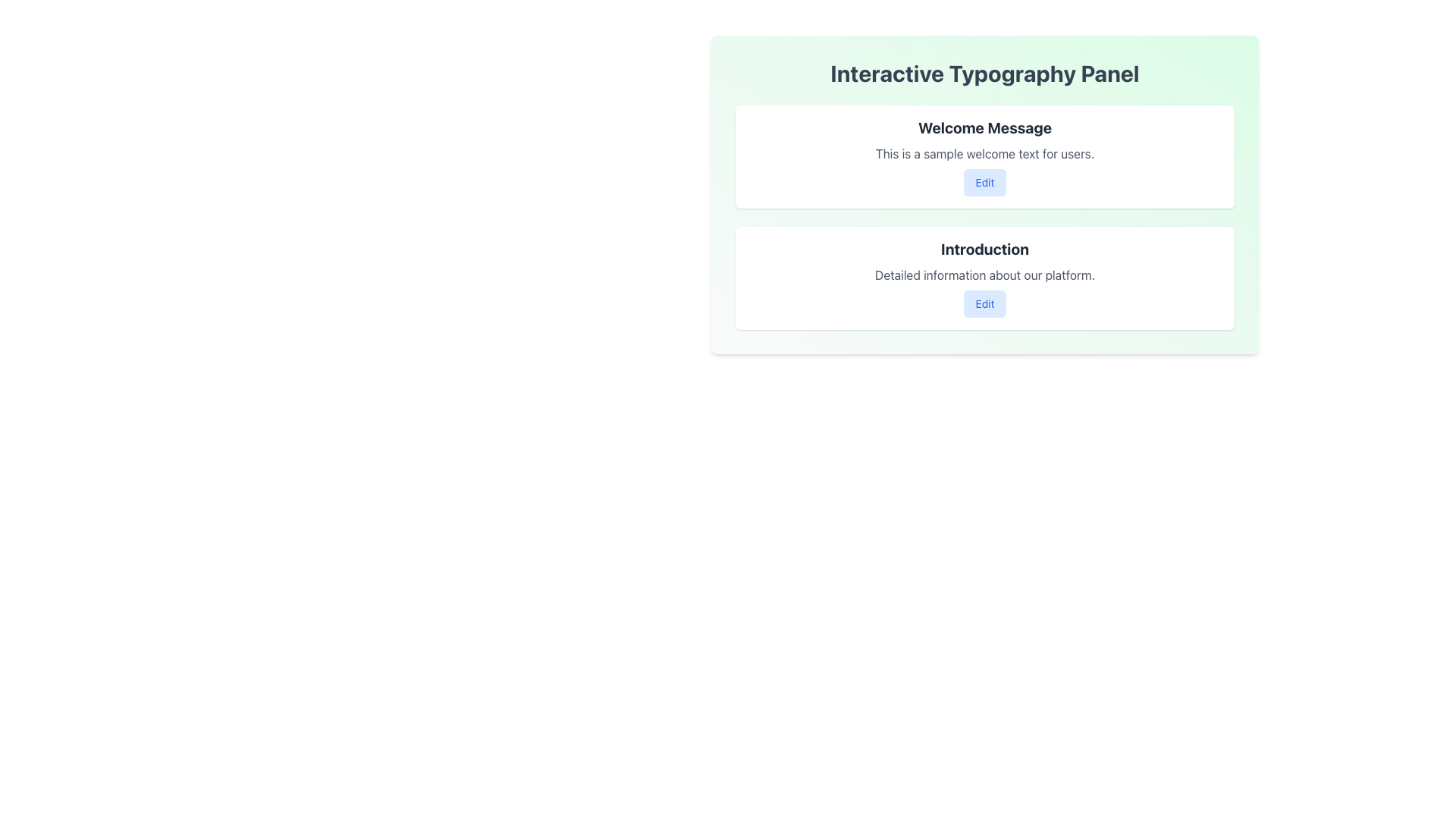 The image size is (1456, 819). Describe the element at coordinates (985, 275) in the screenshot. I see `the text block located in the lower section of the green panel under the 'Introduction' heading, which provides descriptive text about the section` at that location.